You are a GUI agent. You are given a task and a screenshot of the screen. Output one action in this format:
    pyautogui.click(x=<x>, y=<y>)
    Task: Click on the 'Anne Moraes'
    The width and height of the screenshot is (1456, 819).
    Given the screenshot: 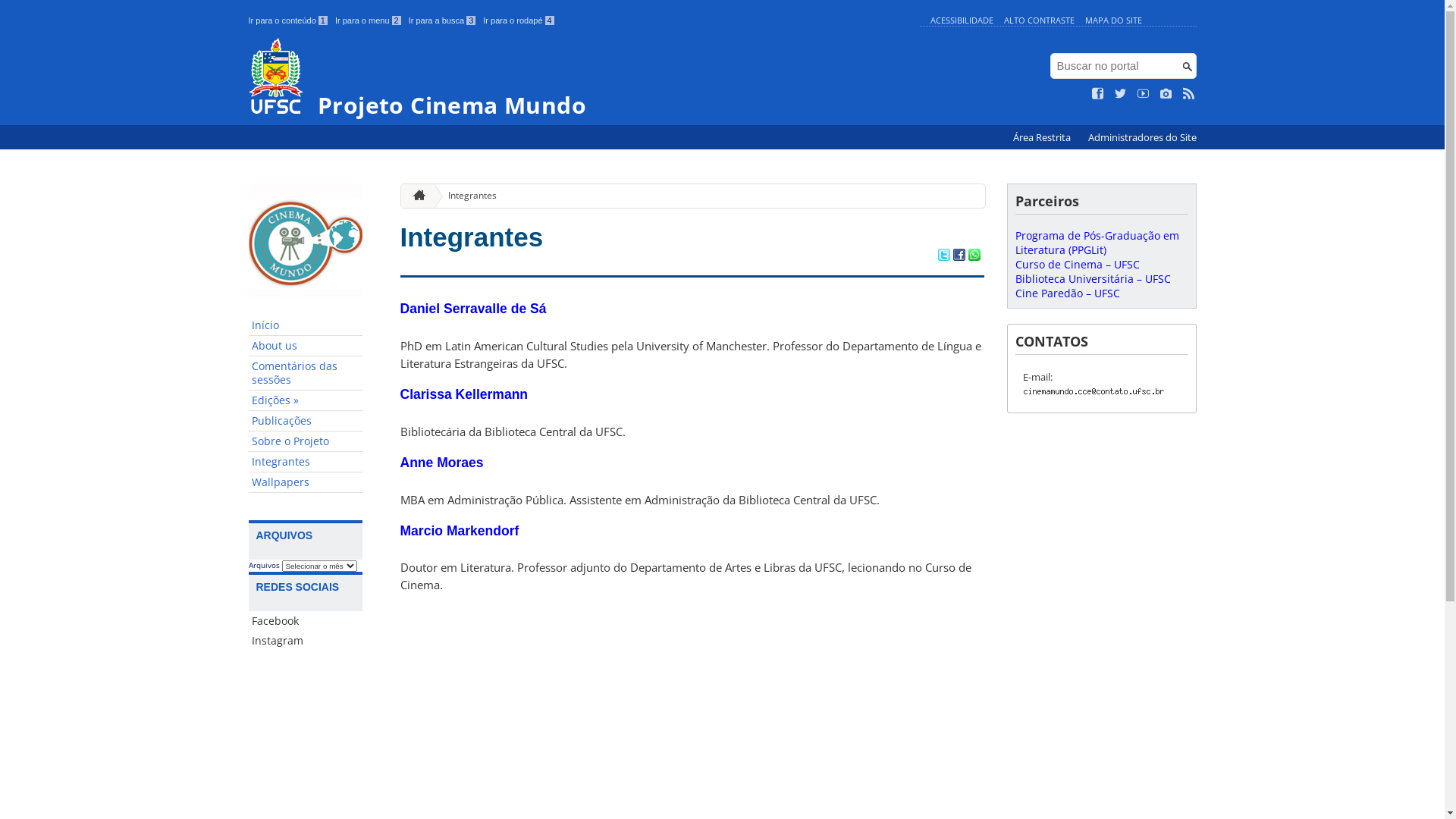 What is the action you would take?
    pyautogui.click(x=441, y=461)
    